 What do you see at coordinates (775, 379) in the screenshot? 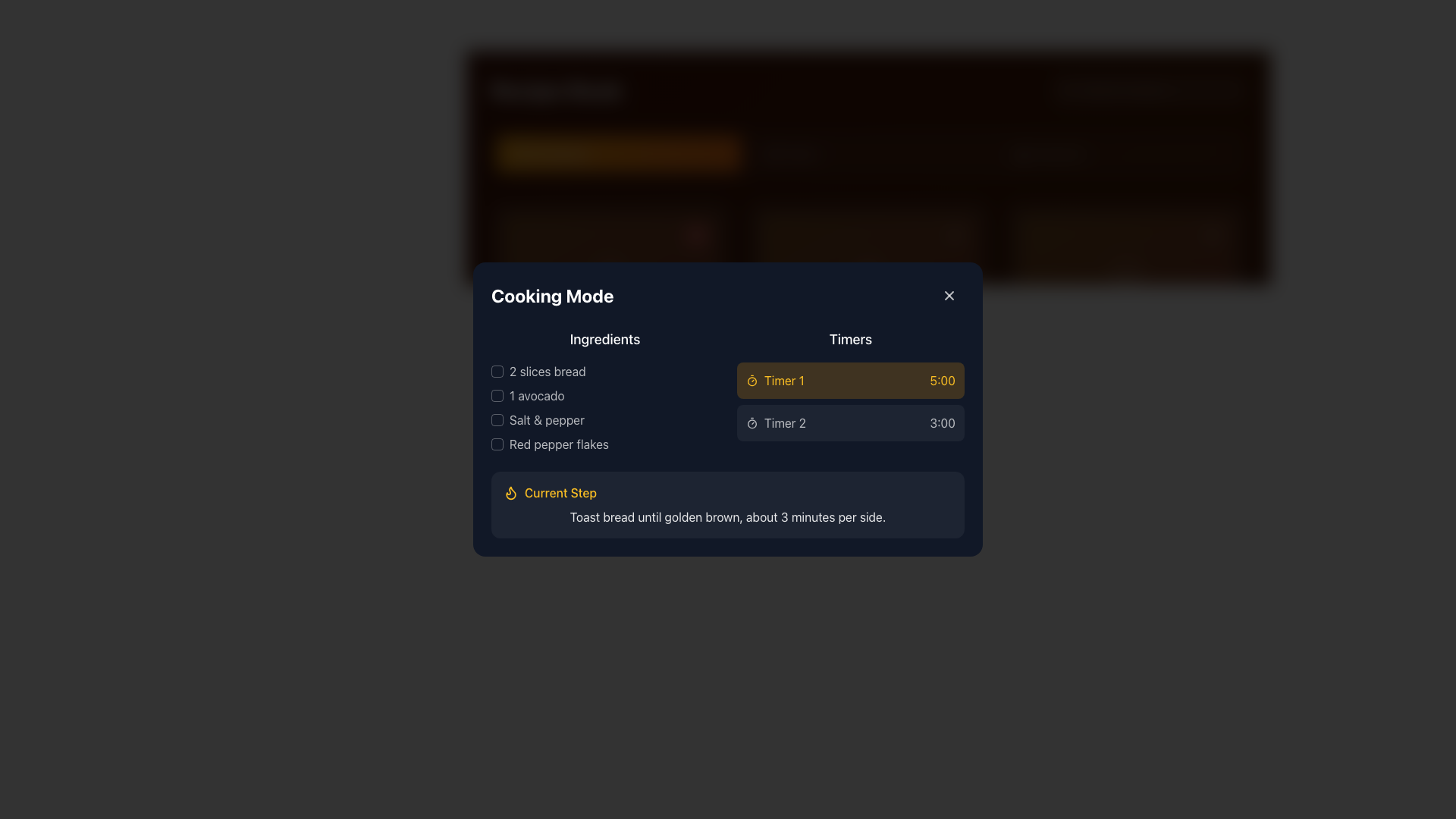
I see `the Label with icon that indicates the associated timer's name, positioned as the first timer entry under the 'Timers' section, to the left of the time '5:00'` at bounding box center [775, 379].